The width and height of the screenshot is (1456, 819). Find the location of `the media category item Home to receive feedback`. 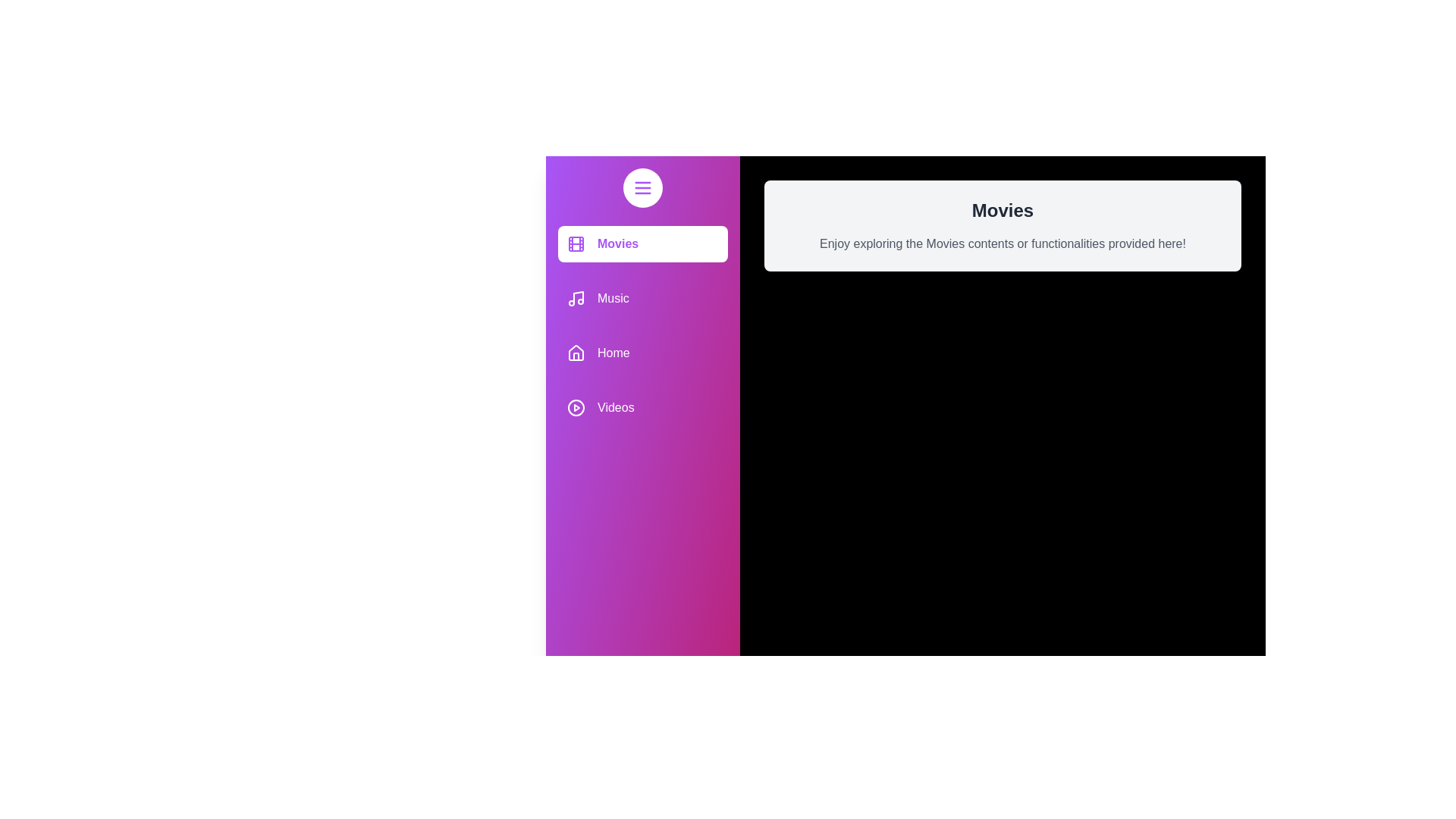

the media category item Home to receive feedback is located at coordinates (643, 353).